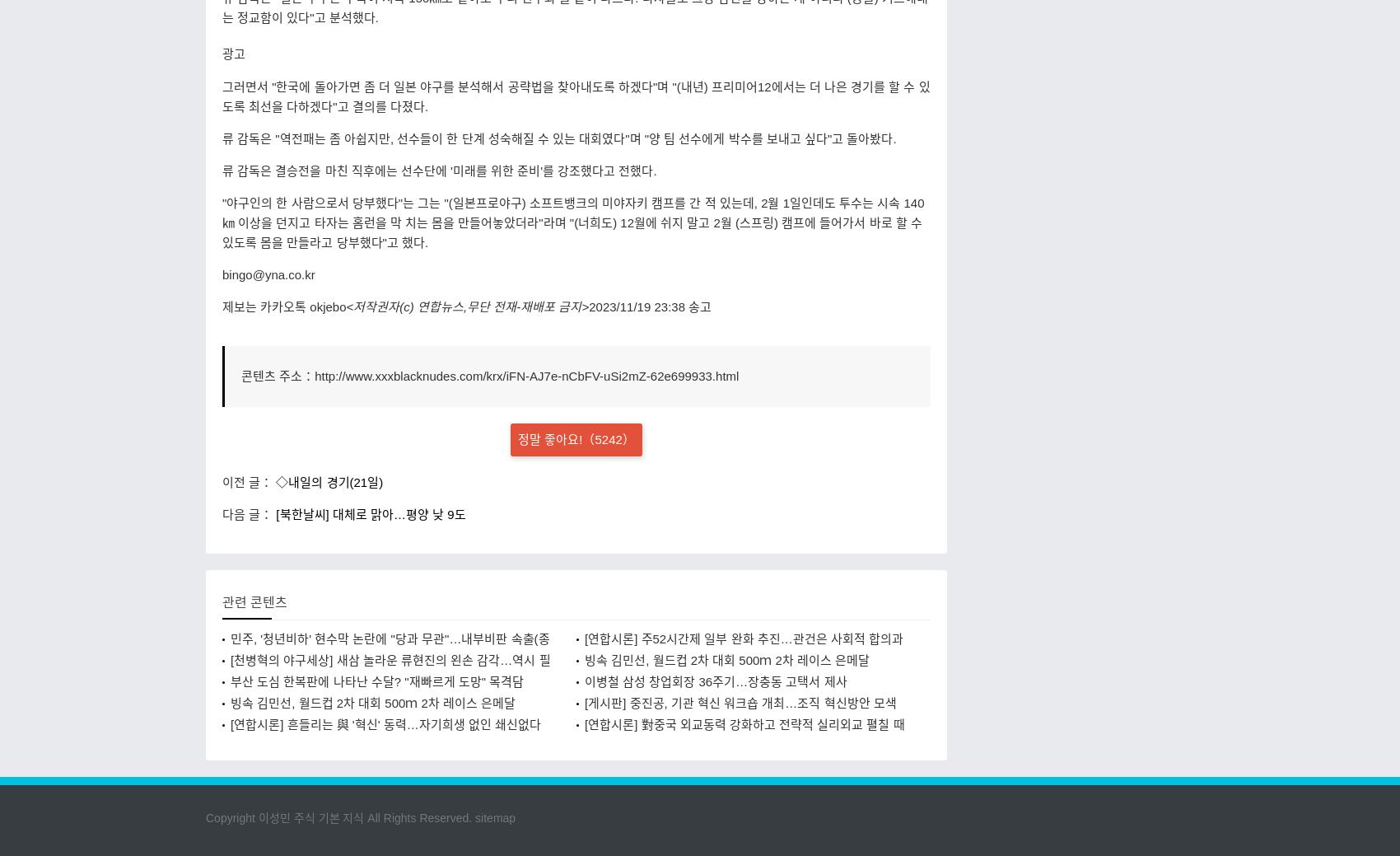  Describe the element at coordinates (494, 817) in the screenshot. I see `'sitemap'` at that location.